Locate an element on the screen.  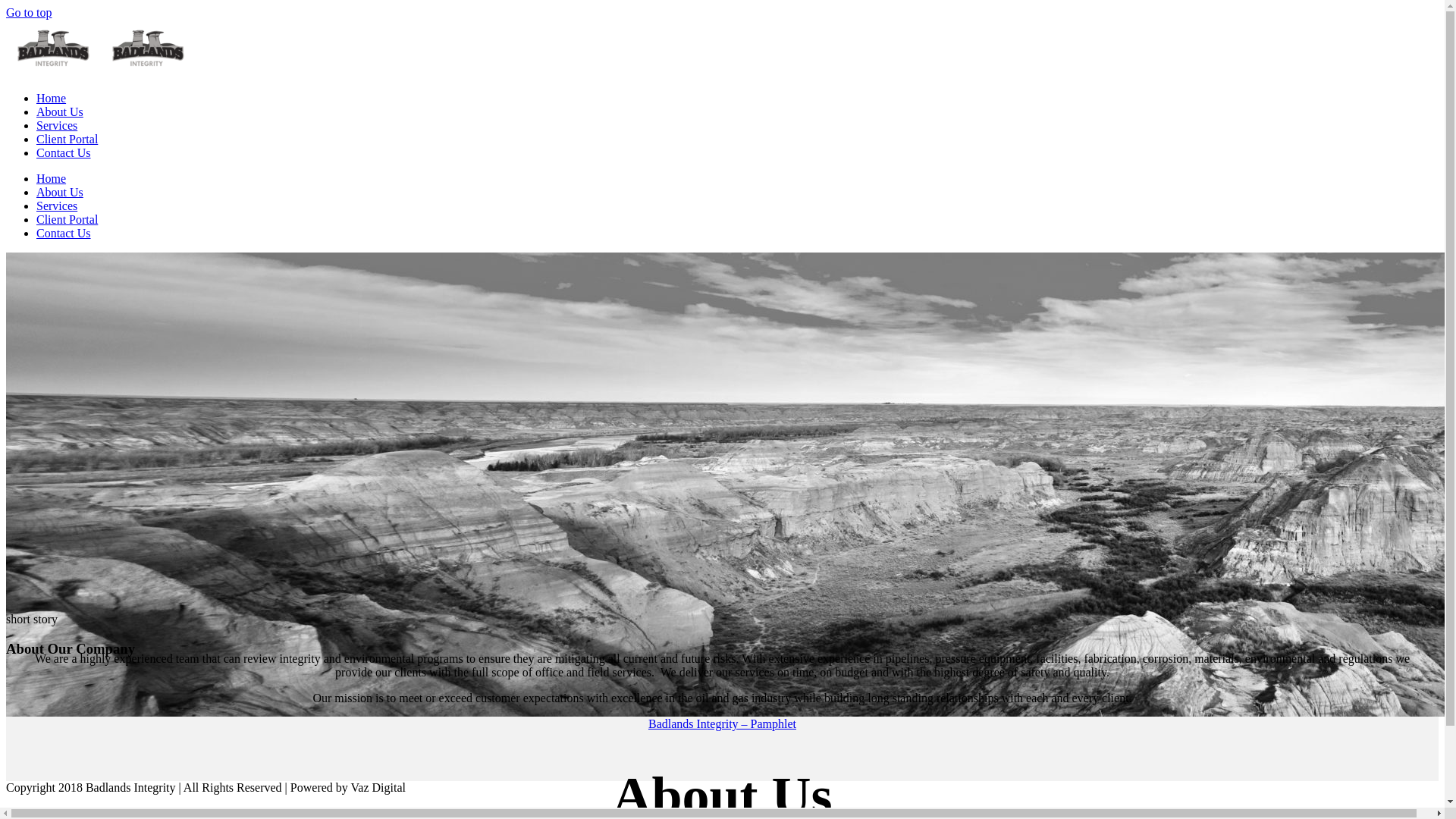
'Client Portal' is located at coordinates (66, 219).